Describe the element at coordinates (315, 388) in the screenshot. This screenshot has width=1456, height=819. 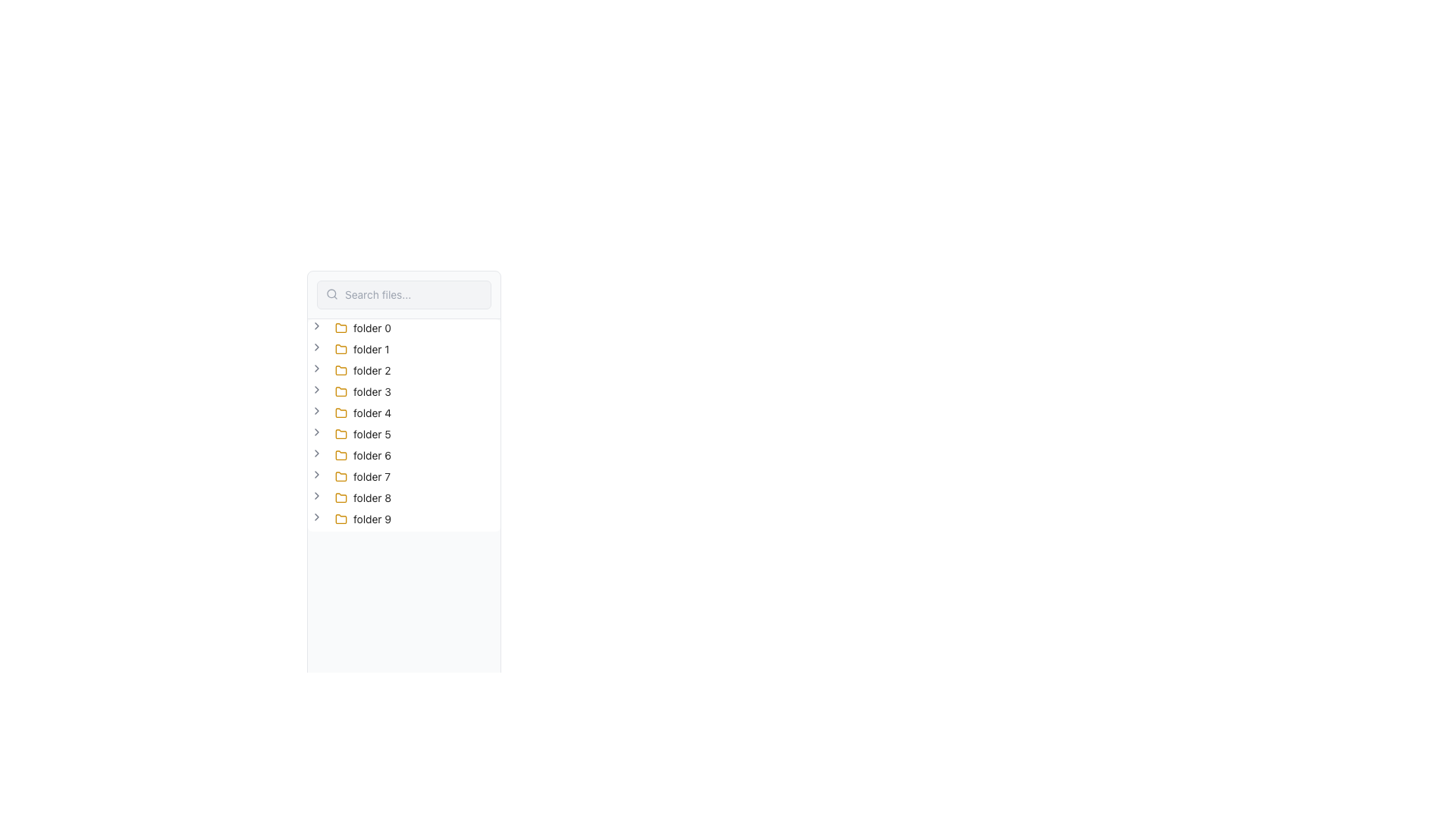
I see `the gray chevron icon pointing to the right, located to the left of the 'folder 3' label` at that location.